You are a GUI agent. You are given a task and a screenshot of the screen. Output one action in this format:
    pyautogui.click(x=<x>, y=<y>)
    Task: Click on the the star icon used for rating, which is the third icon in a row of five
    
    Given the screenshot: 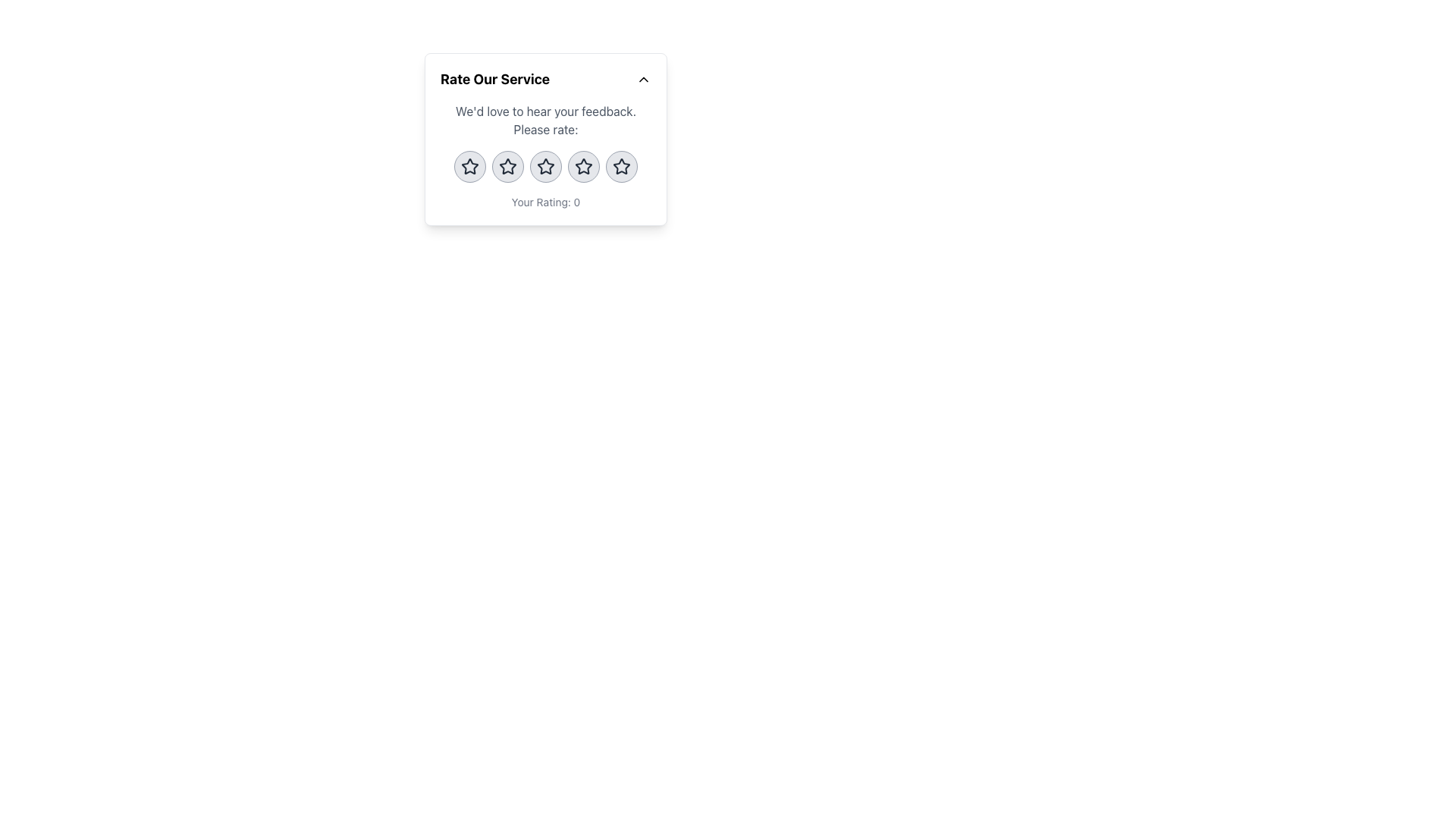 What is the action you would take?
    pyautogui.click(x=546, y=166)
    